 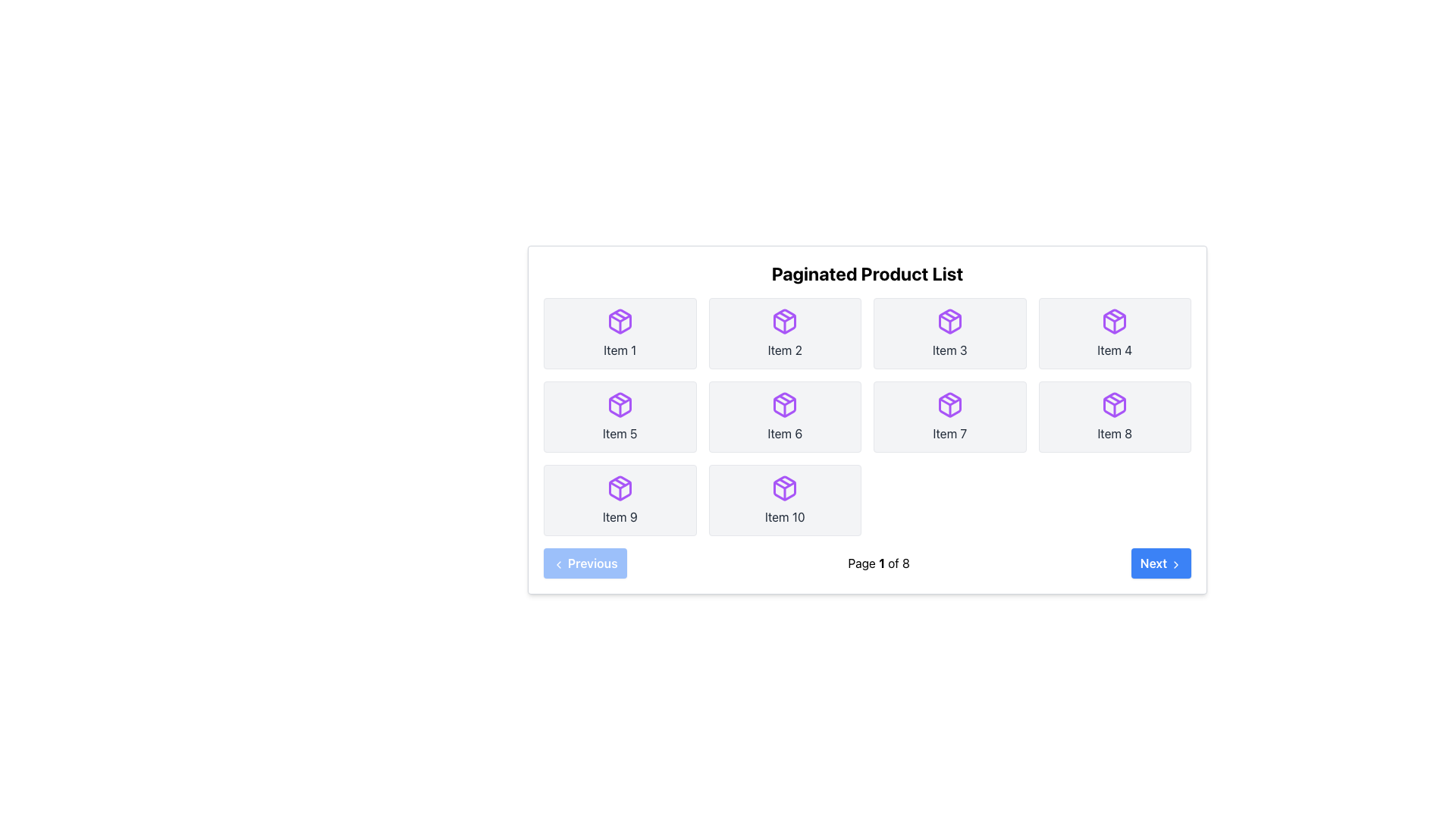 I want to click on the button labeled 'Item 1' with a purple package icon, located at the top-left position of a 2x5 grid layout, so click(x=620, y=332).